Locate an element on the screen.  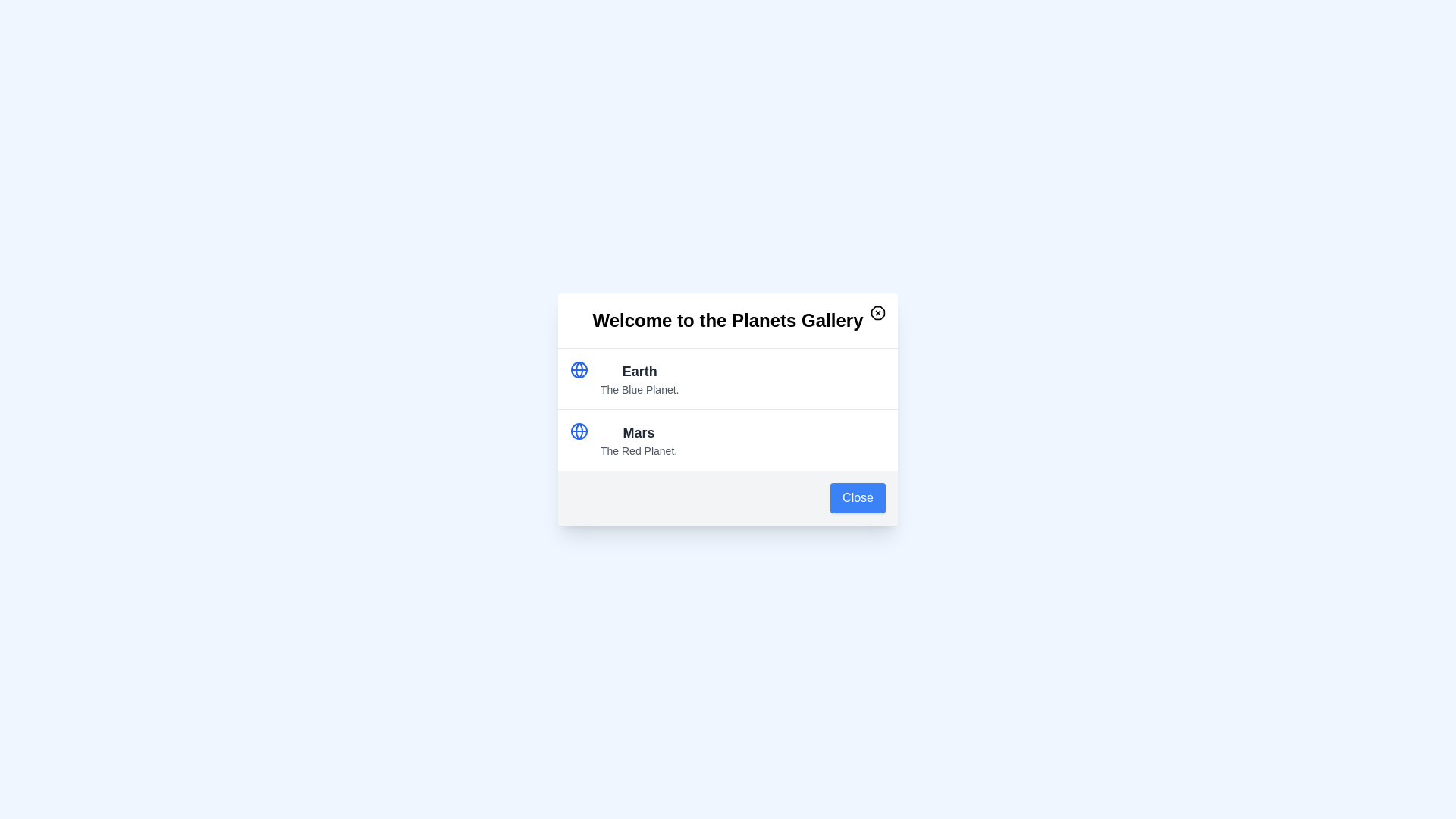
the text 'Welcome to the Planets Gallery' in the modal dialog is located at coordinates (728, 320).